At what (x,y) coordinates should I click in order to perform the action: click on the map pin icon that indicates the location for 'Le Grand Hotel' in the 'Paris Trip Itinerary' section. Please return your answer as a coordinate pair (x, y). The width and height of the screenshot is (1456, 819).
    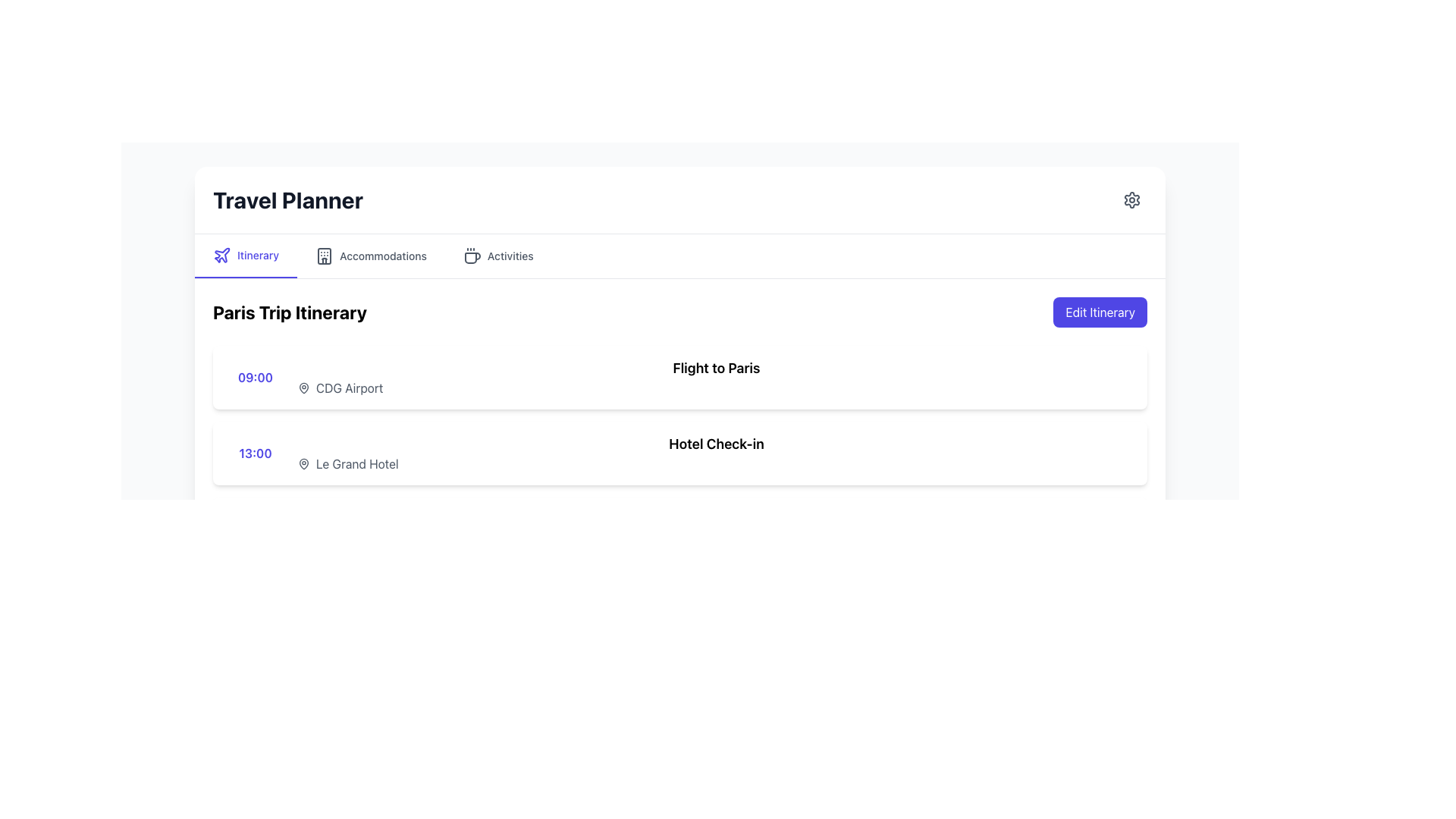
    Looking at the image, I should click on (303, 462).